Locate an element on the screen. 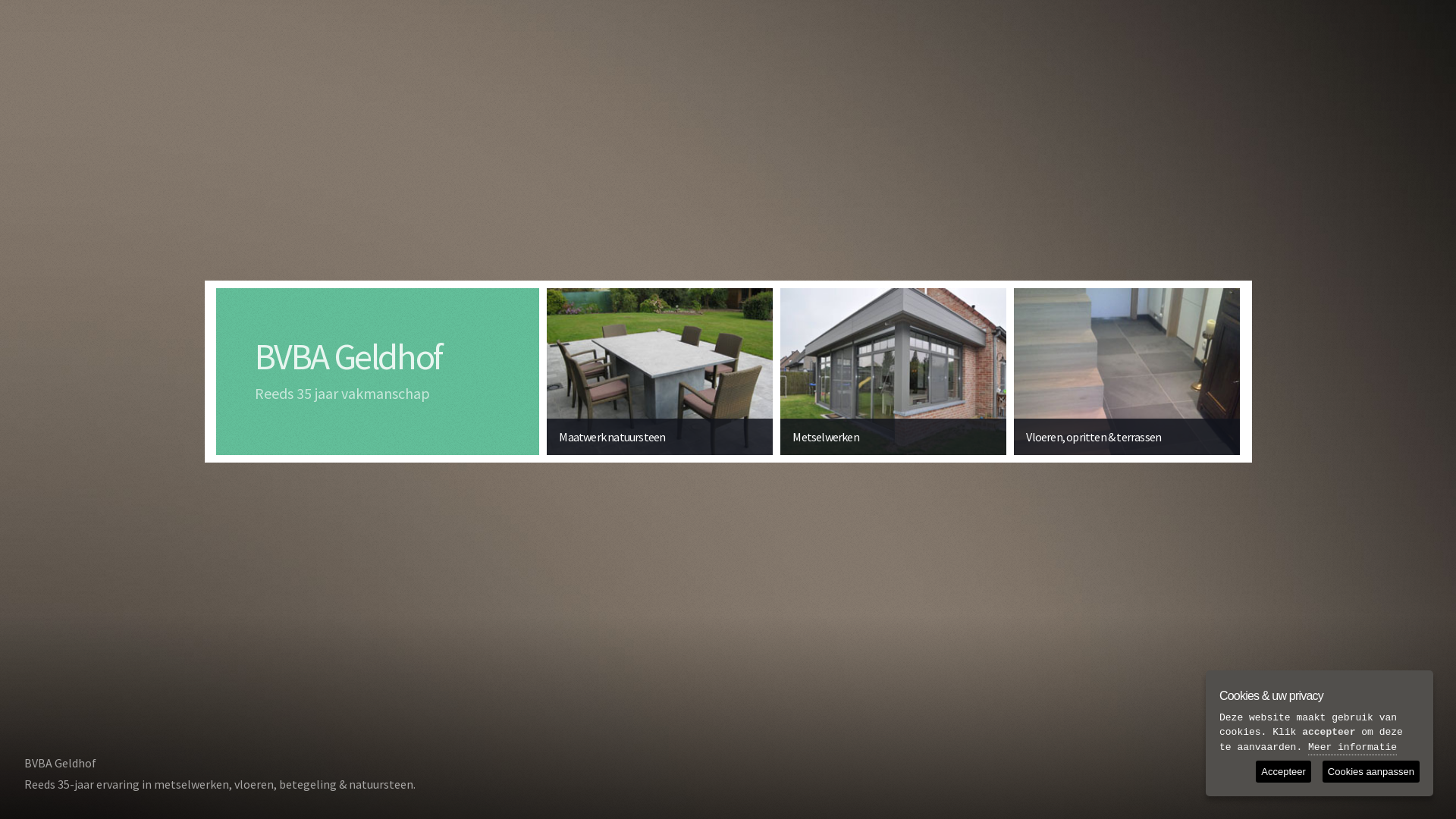  'uw privacy' is located at coordinates (1291, 783).